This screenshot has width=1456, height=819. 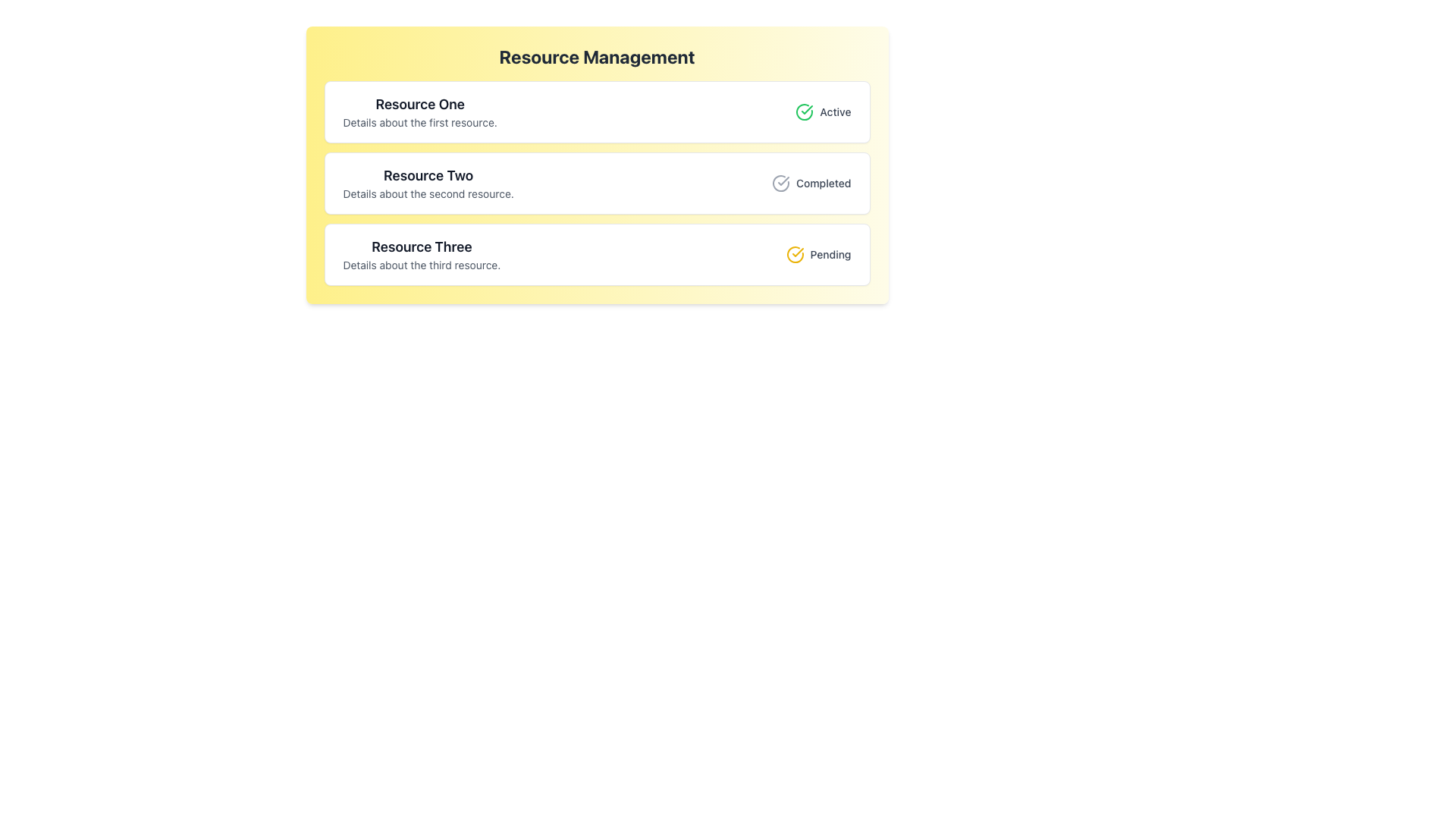 I want to click on the 'Pending' status icon located in the bottom-right section of the third row labeled 'Resource Three', so click(x=794, y=253).